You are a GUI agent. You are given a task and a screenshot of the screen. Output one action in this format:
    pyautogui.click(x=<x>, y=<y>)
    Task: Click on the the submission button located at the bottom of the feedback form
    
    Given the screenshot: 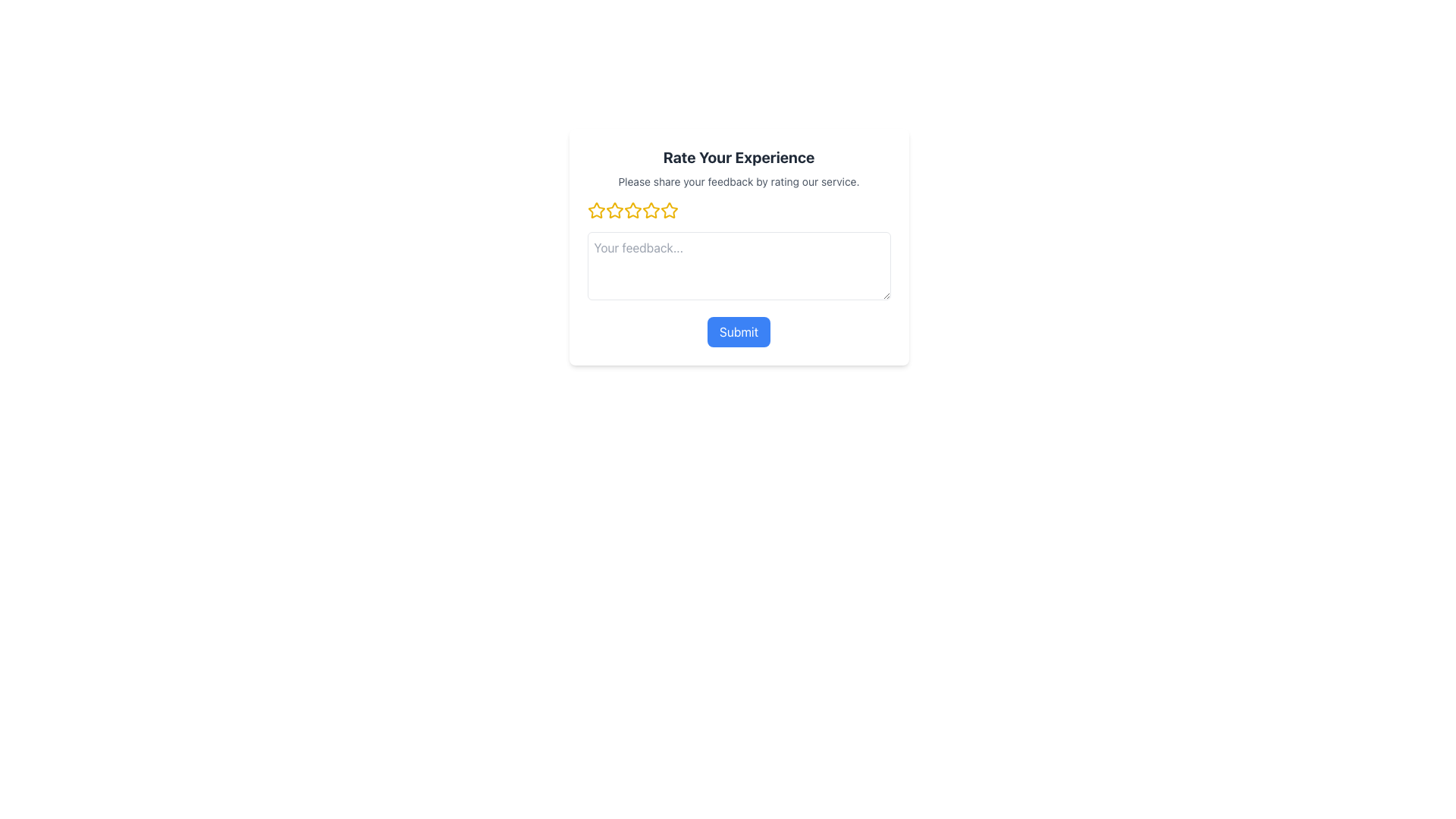 What is the action you would take?
    pyautogui.click(x=739, y=331)
    